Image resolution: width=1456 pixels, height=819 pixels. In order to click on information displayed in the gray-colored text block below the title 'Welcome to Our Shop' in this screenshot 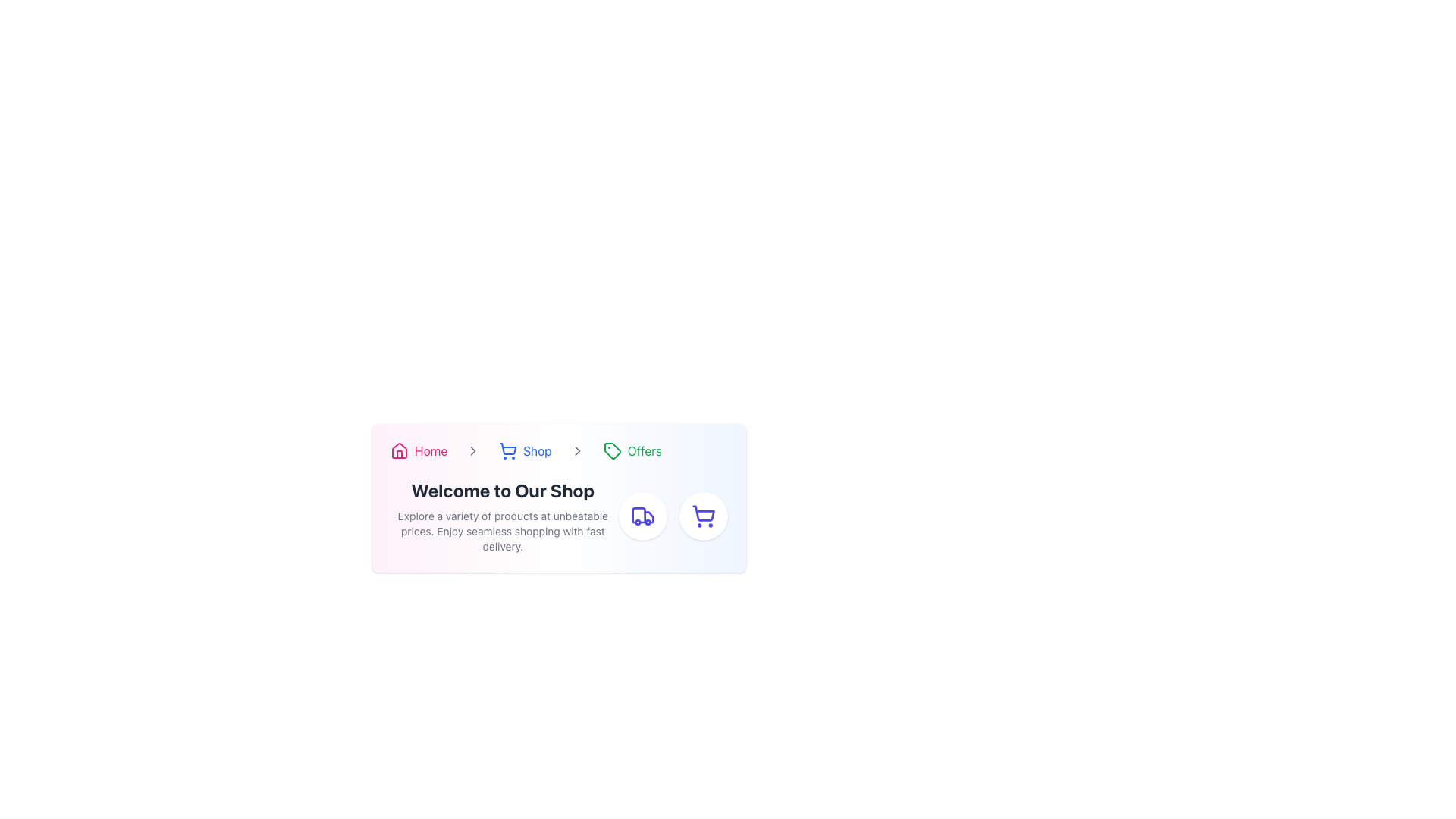, I will do `click(503, 531)`.